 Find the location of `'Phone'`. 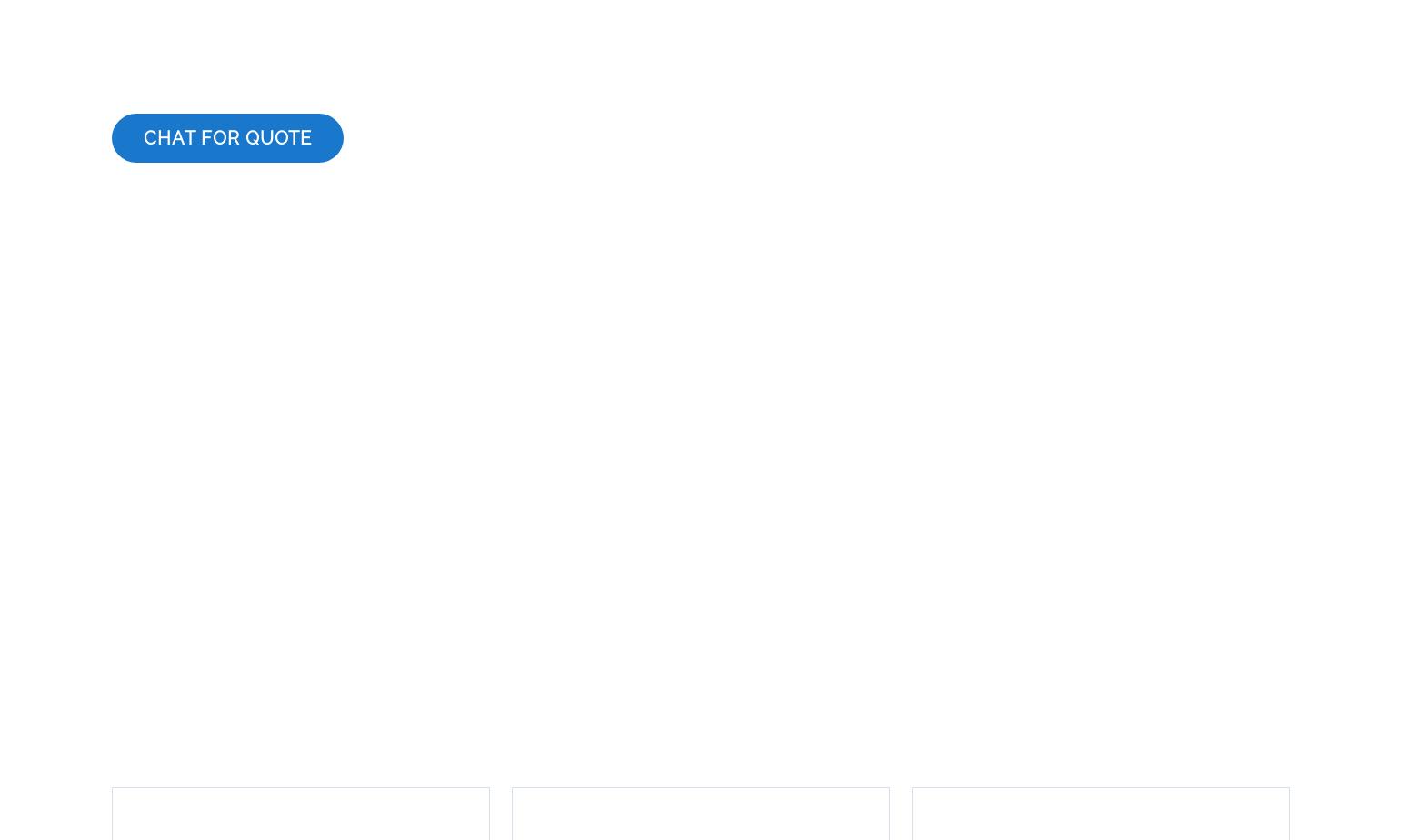

'Phone' is located at coordinates (633, 669).